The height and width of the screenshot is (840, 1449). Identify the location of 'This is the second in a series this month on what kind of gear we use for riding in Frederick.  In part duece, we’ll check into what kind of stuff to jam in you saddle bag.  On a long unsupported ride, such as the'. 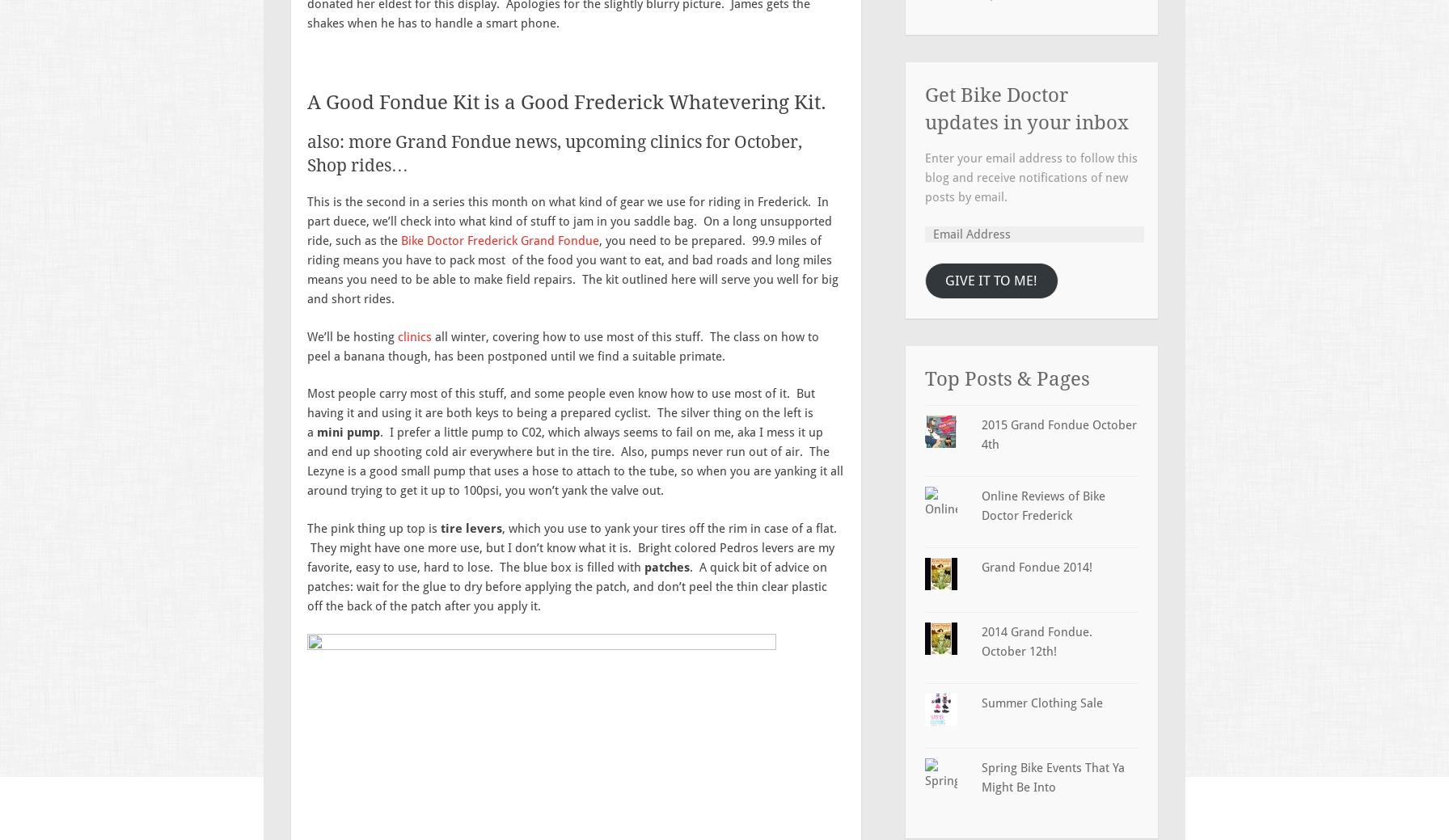
(569, 221).